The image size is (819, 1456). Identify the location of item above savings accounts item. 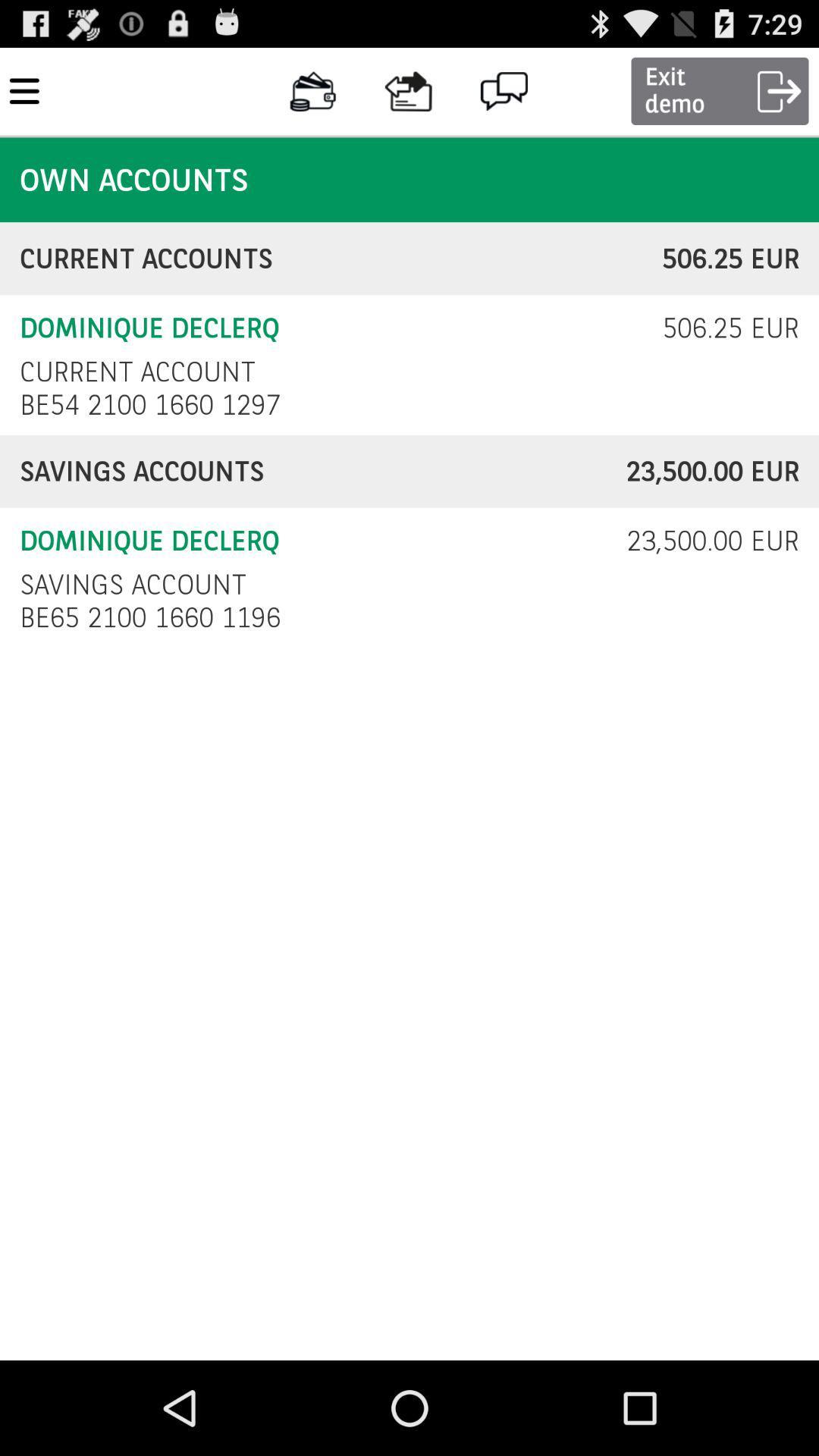
(154, 404).